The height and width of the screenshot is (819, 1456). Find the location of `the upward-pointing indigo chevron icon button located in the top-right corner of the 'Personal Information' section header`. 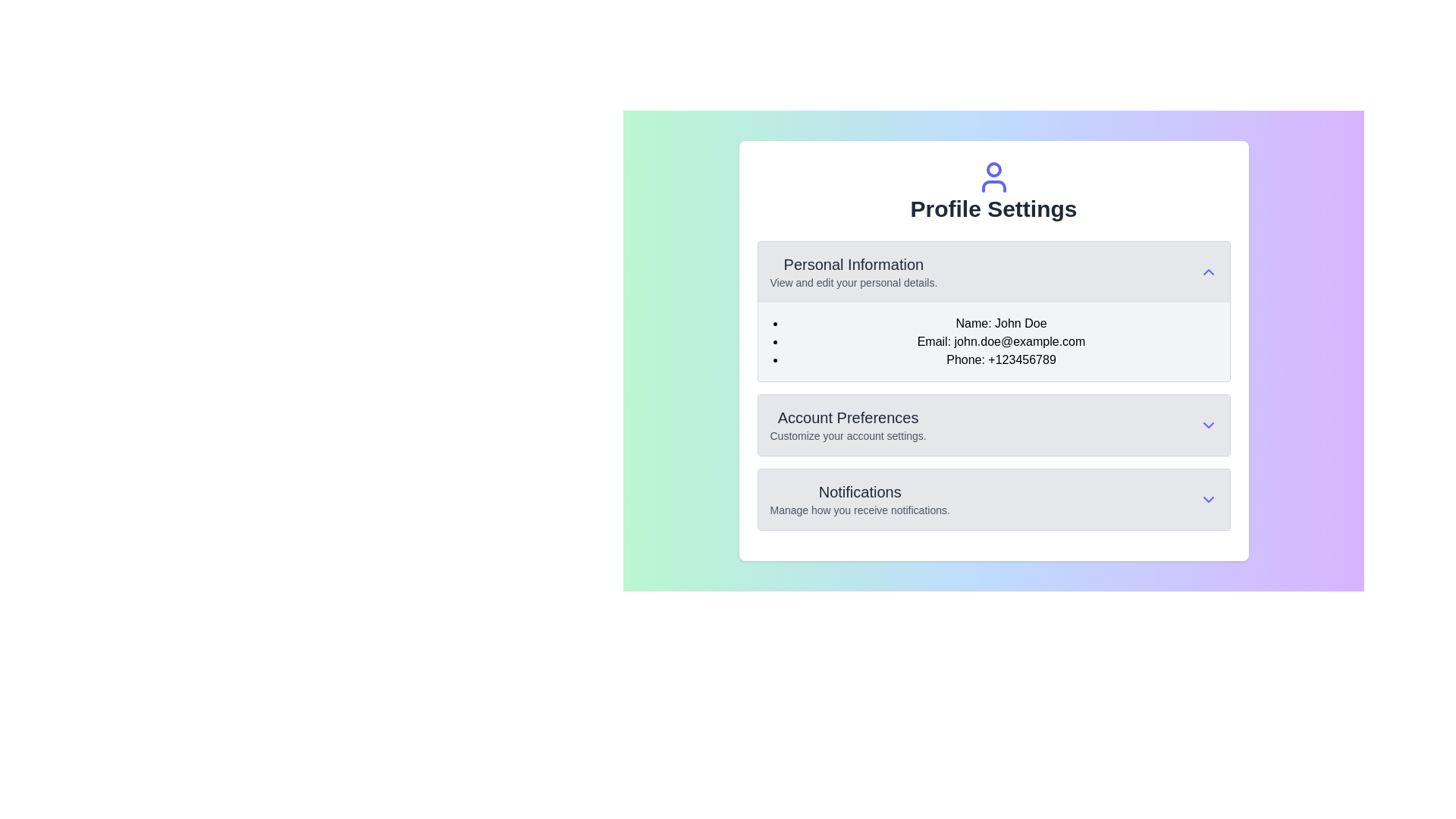

the upward-pointing indigo chevron icon button located in the top-right corner of the 'Personal Information' section header is located at coordinates (1207, 271).